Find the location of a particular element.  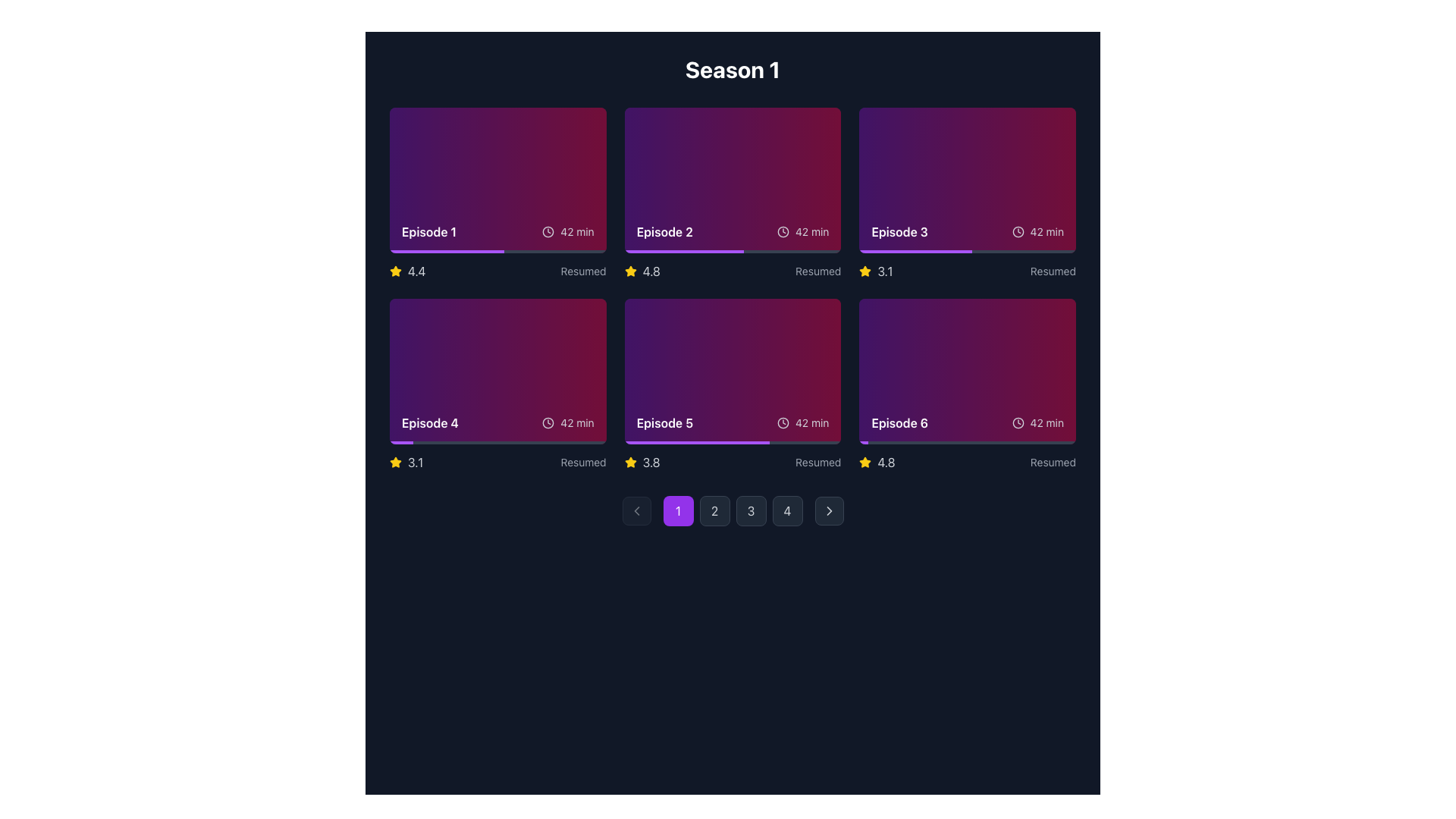

the clock icon located to the left of the text '42 min' inside the 'Episode 6' card in the bottom-right section of the layout is located at coordinates (1018, 423).